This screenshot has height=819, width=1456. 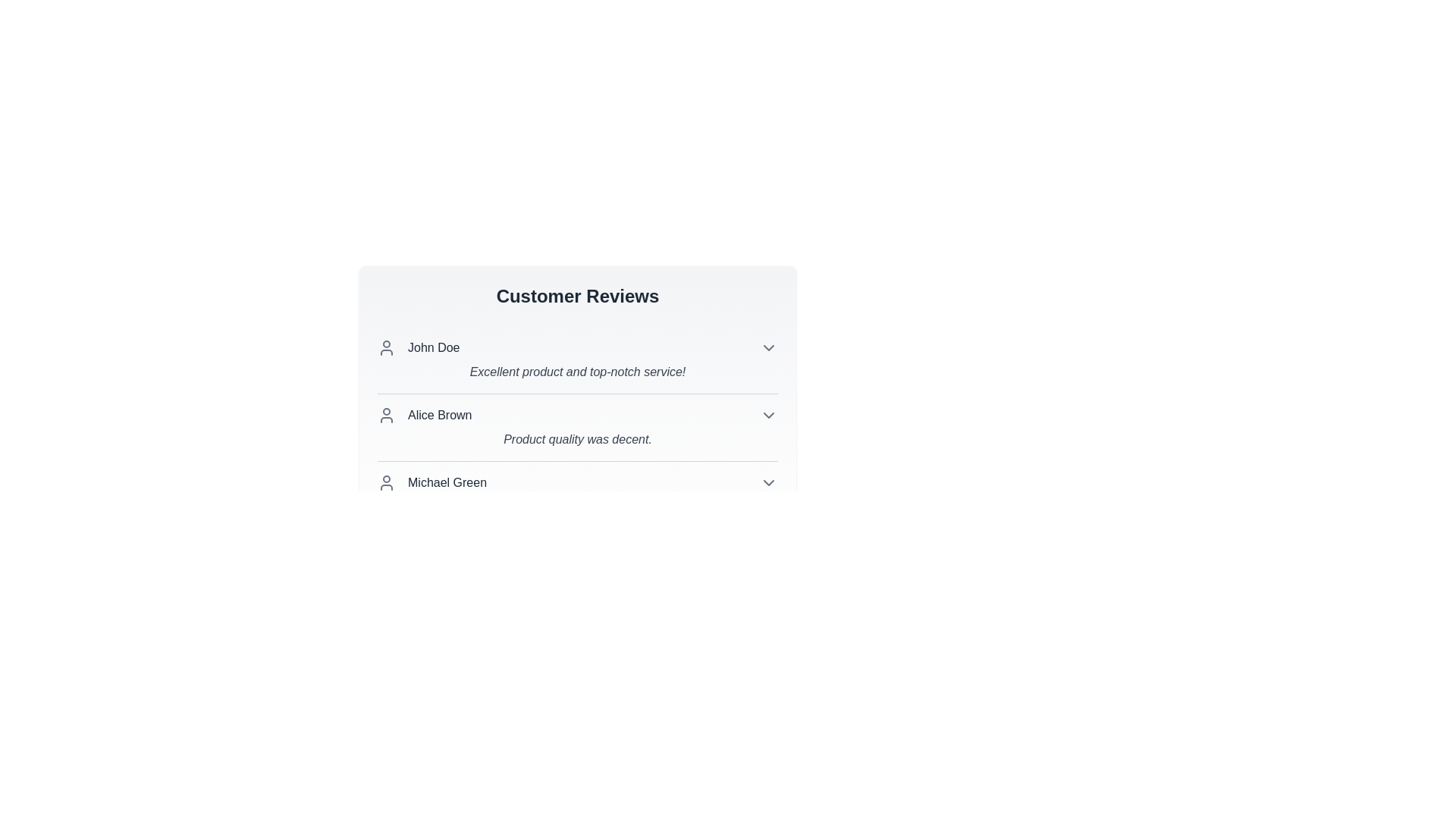 I want to click on the chevron icon to expand or collapse the review details for John Doe, so click(x=768, y=348).